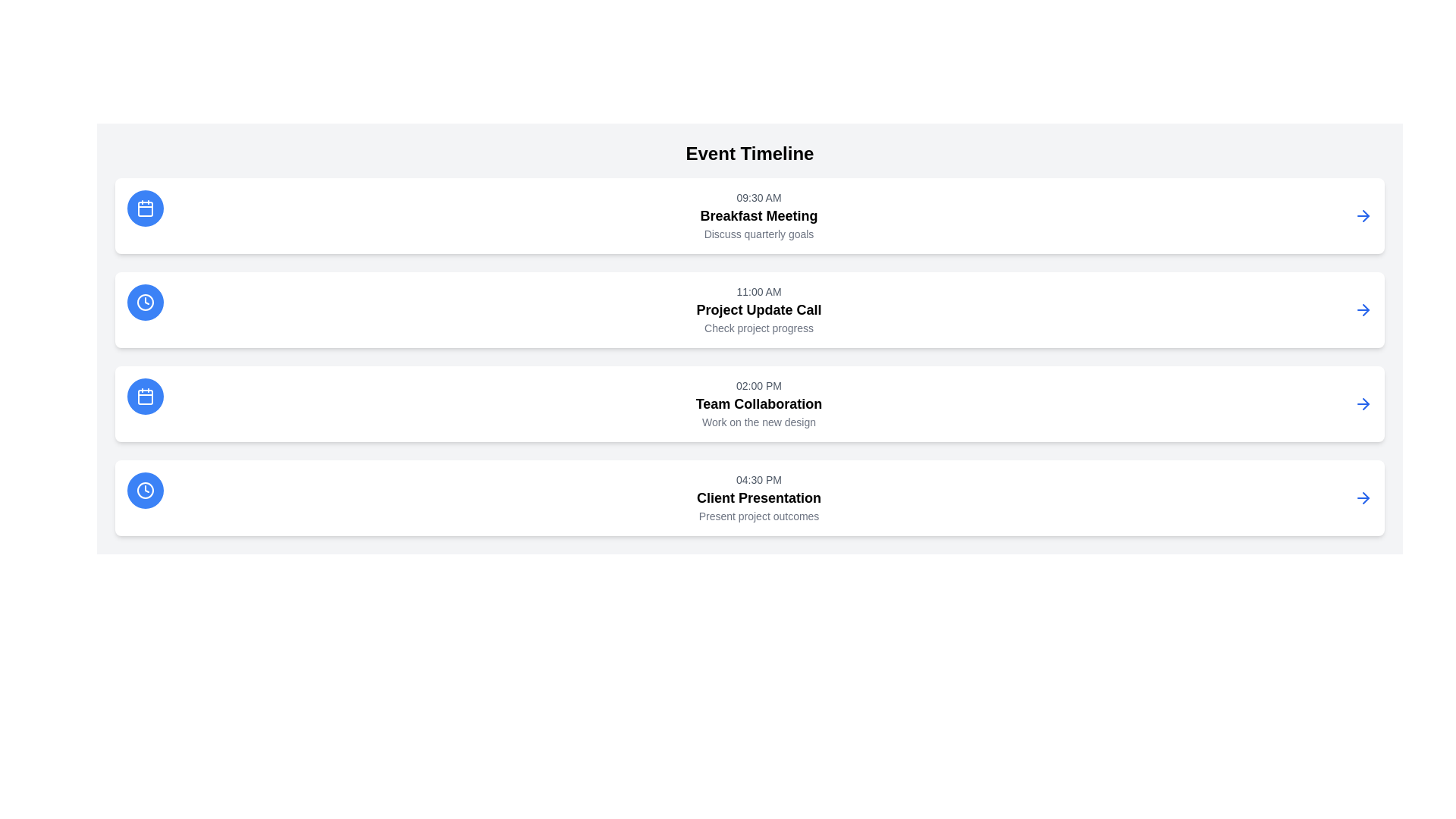  I want to click on the SVG Icon (Arrow) located to the right edge of the 'Project Update Call' entry in the Event Timeline interface, so click(1366, 309).